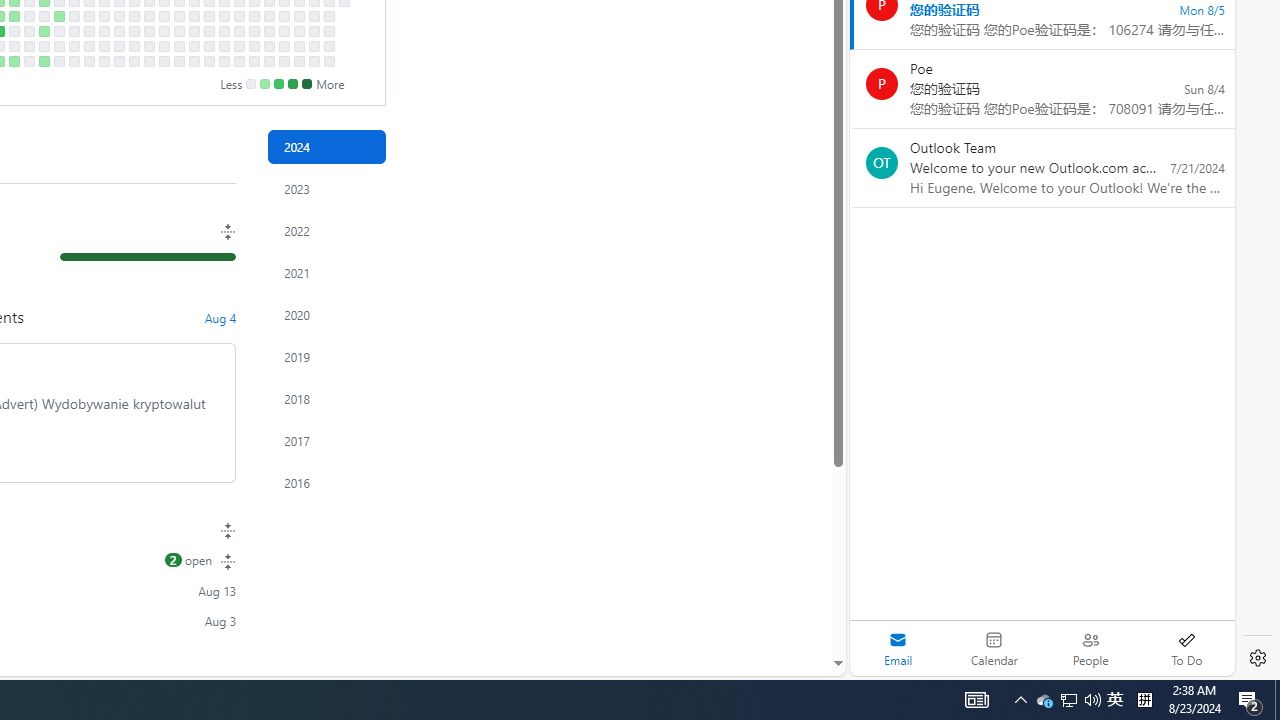 The width and height of the screenshot is (1280, 720). Describe the element at coordinates (58, 31) in the screenshot. I see `'No contributions on August 22nd.'` at that location.